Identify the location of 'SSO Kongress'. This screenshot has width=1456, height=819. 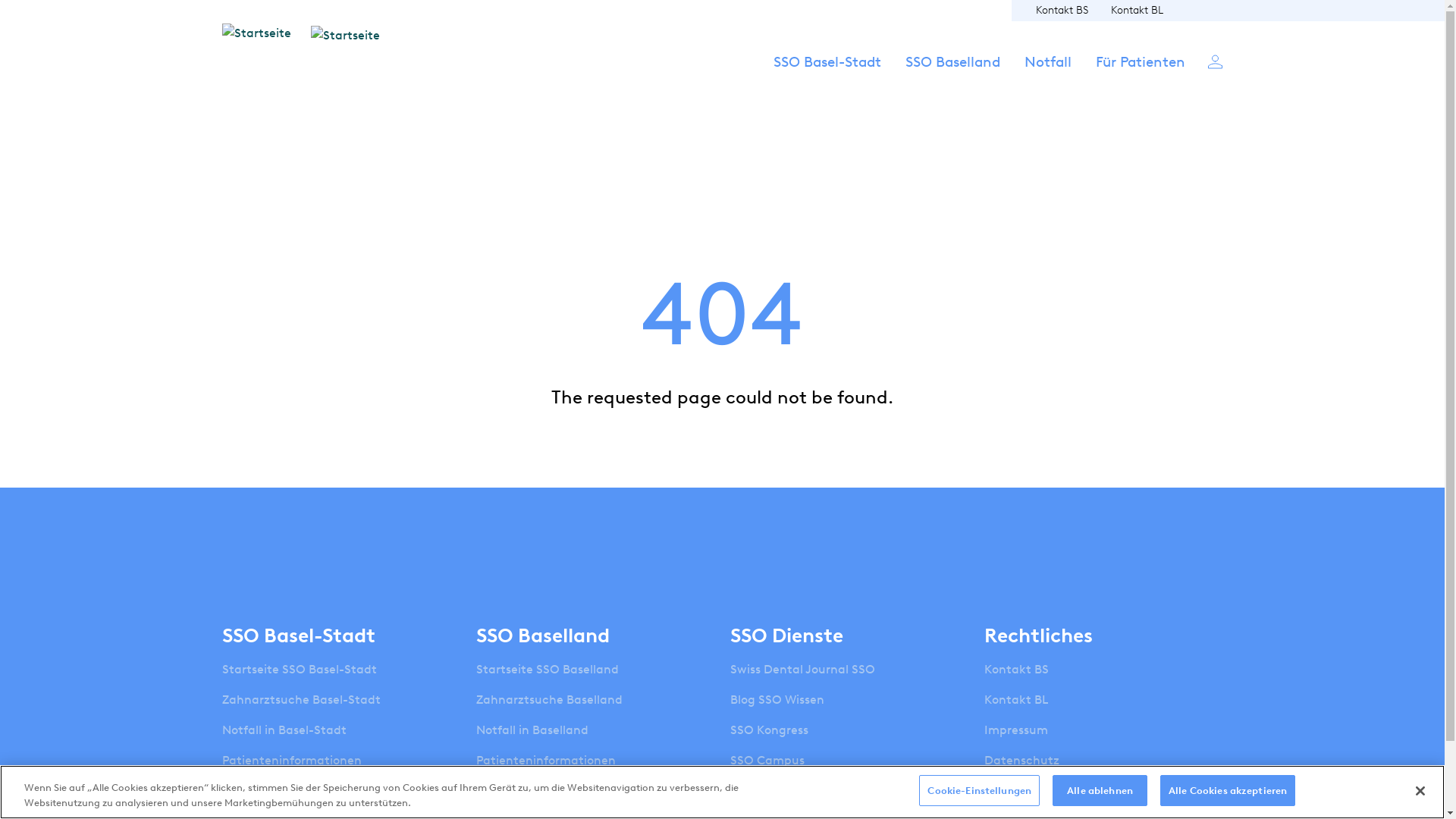
(769, 730).